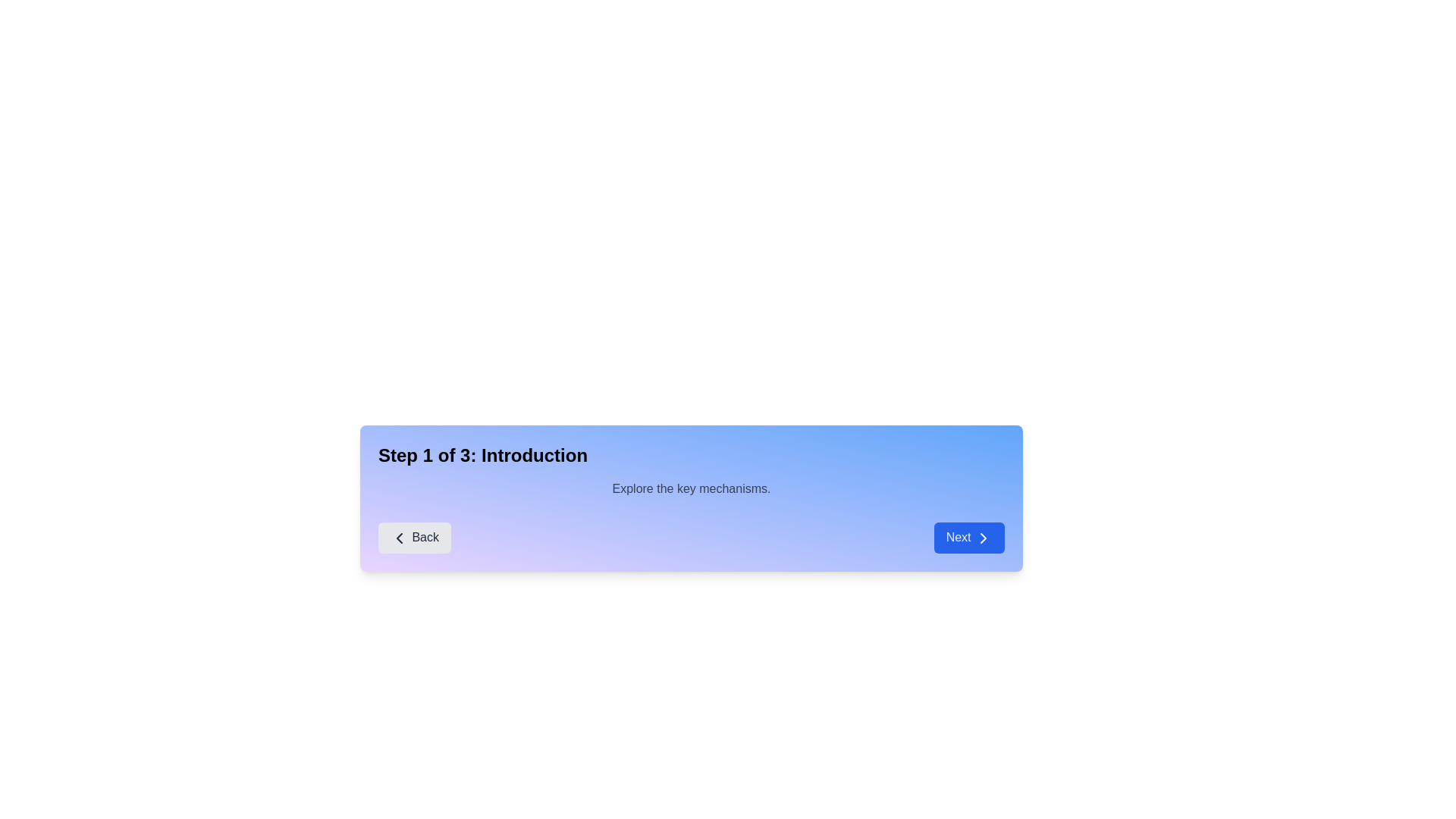  I want to click on the back button to navigate to the previous step, so click(415, 537).